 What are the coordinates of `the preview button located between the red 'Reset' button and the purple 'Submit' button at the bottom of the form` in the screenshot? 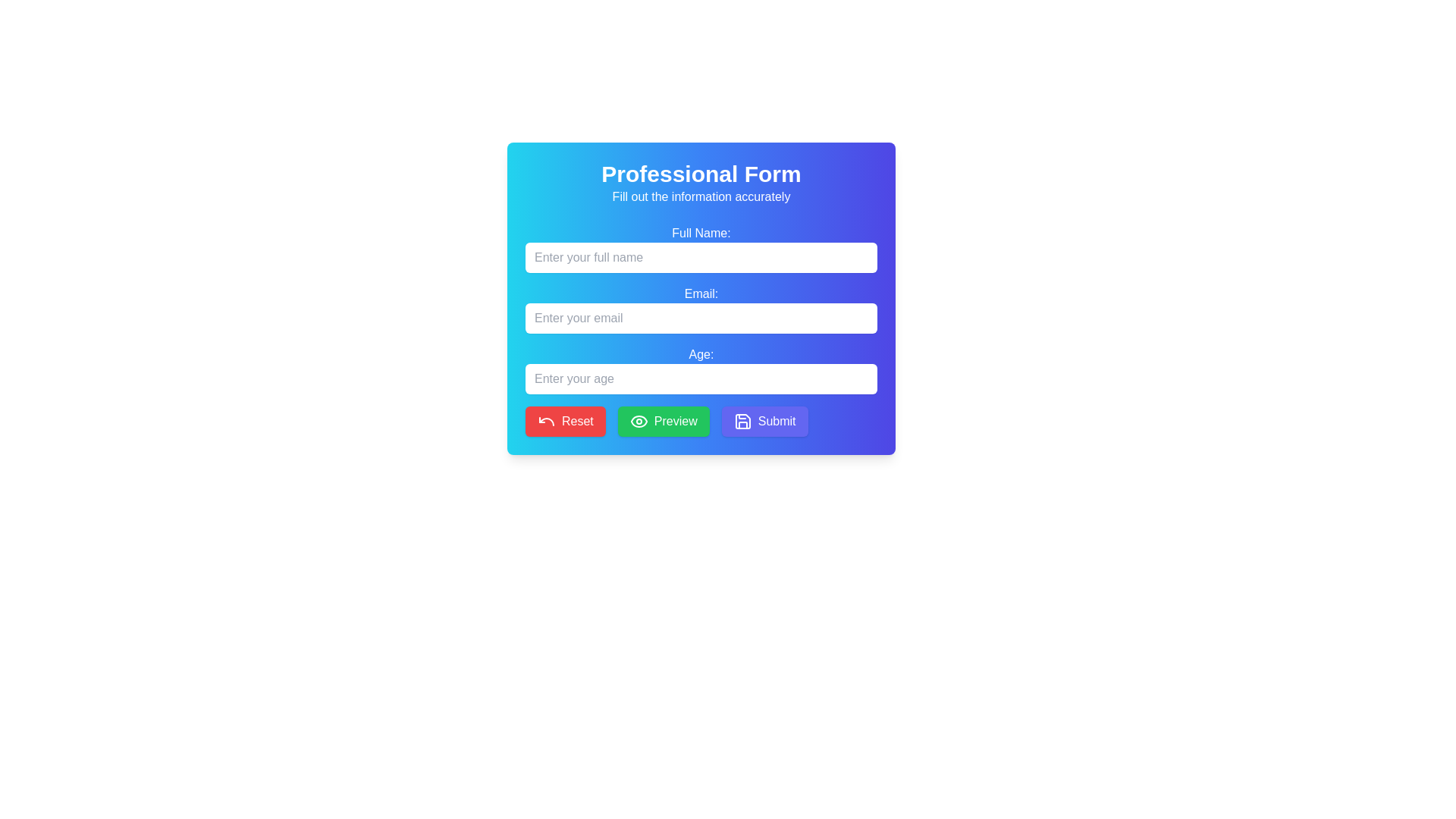 It's located at (664, 421).